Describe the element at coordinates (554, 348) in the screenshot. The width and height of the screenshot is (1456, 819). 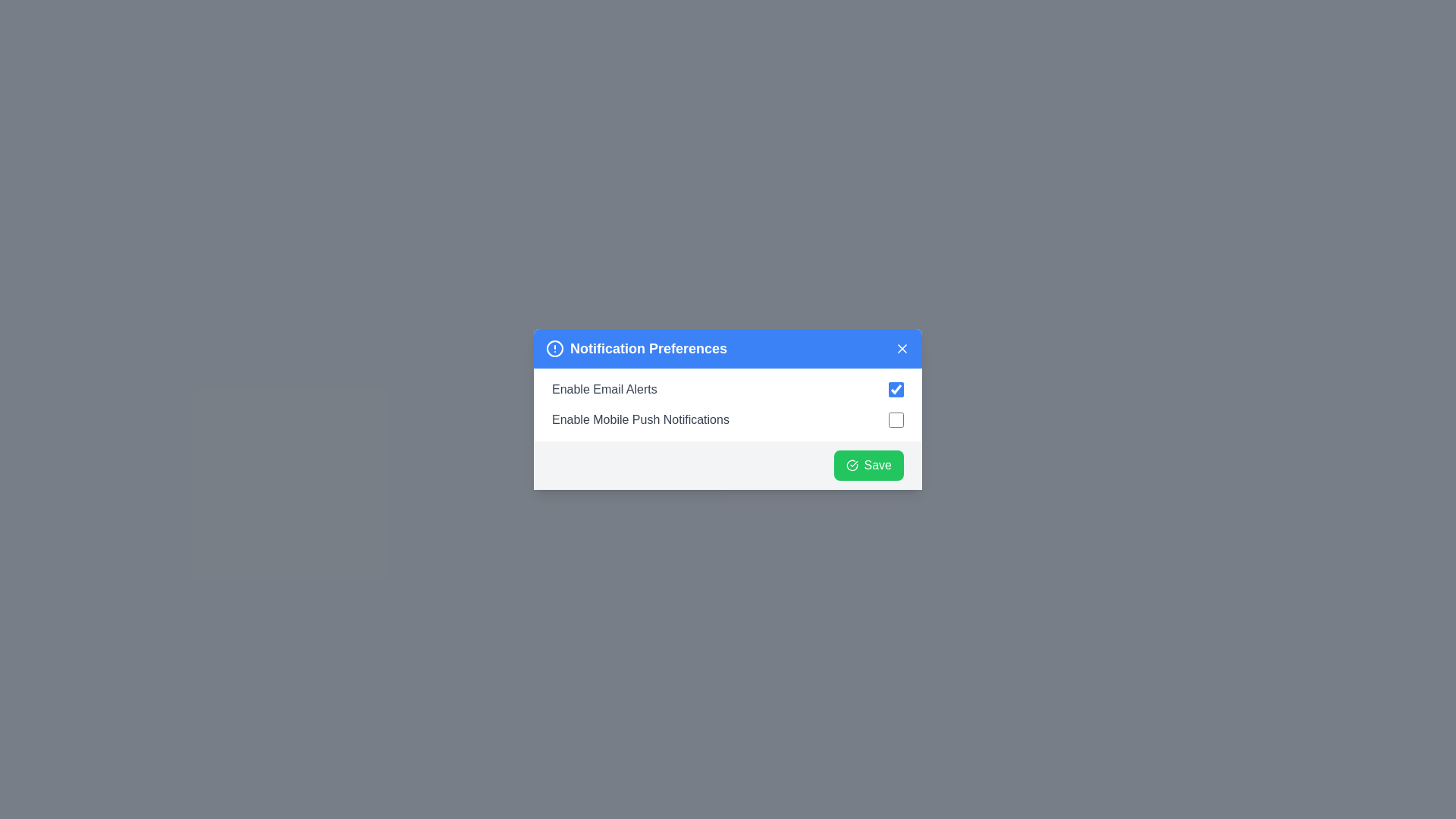
I see `the circular icon filled with a contrasting color, located in the header section of the 'Notification Preferences' modal, next to the header text` at that location.